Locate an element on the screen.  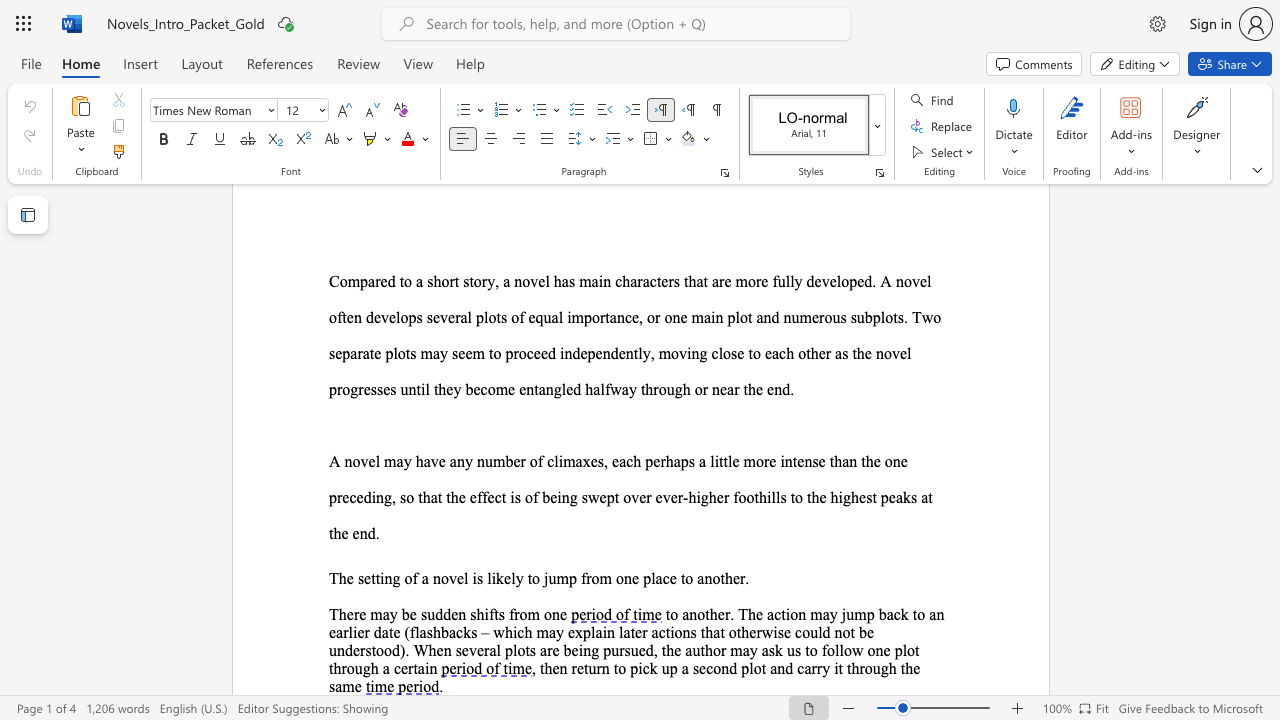
the subset text "d carry it thr" within the text ", then return to pick up a second plot and carry it through the same" is located at coordinates (784, 668).